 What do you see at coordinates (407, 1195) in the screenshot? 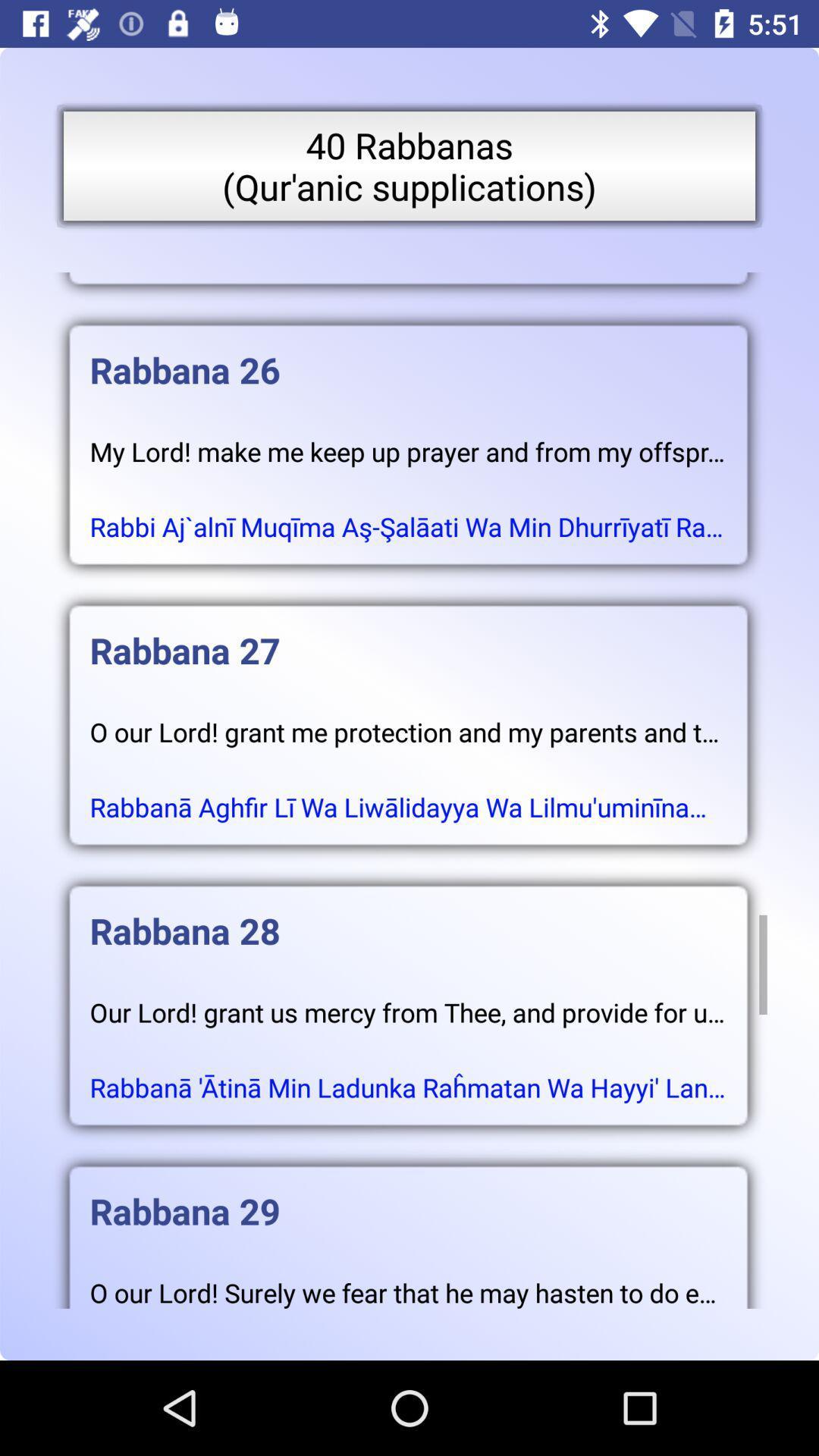
I see `the icon above o our lord icon` at bounding box center [407, 1195].